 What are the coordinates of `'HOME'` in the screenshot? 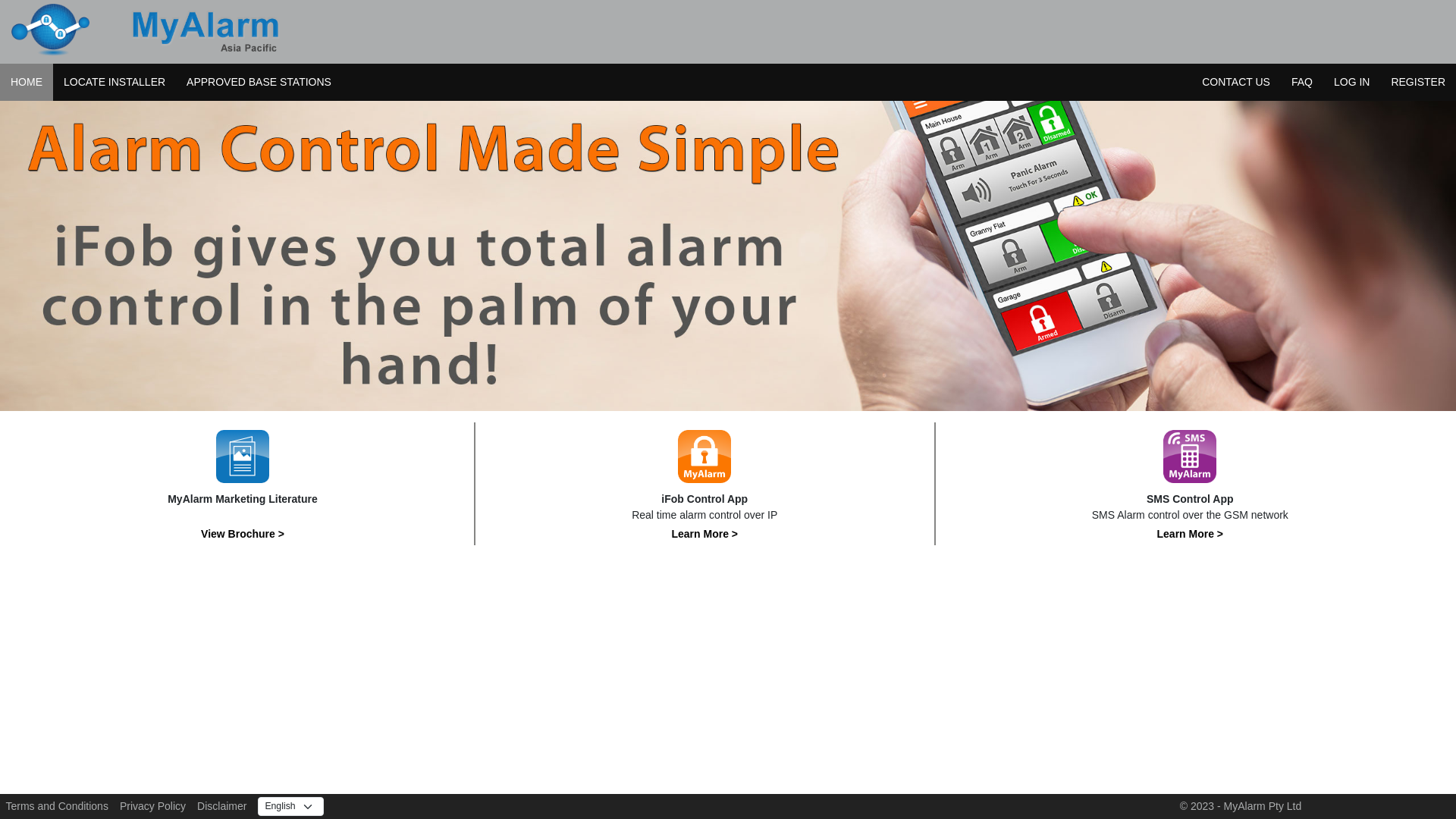 It's located at (26, 82).